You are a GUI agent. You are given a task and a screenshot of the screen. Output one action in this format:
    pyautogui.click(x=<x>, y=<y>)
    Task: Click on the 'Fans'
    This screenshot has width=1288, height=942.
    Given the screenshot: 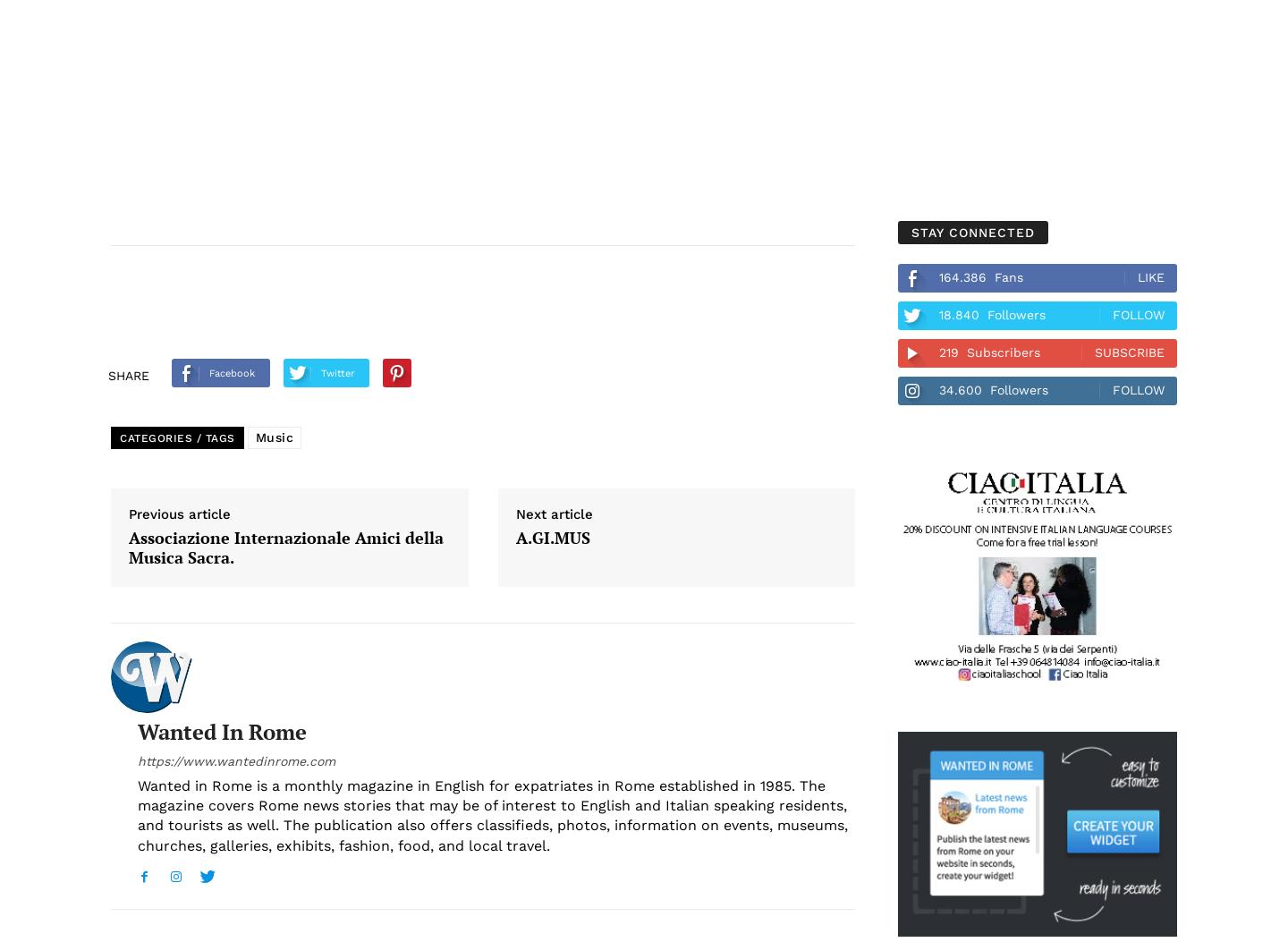 What is the action you would take?
    pyautogui.click(x=1007, y=276)
    